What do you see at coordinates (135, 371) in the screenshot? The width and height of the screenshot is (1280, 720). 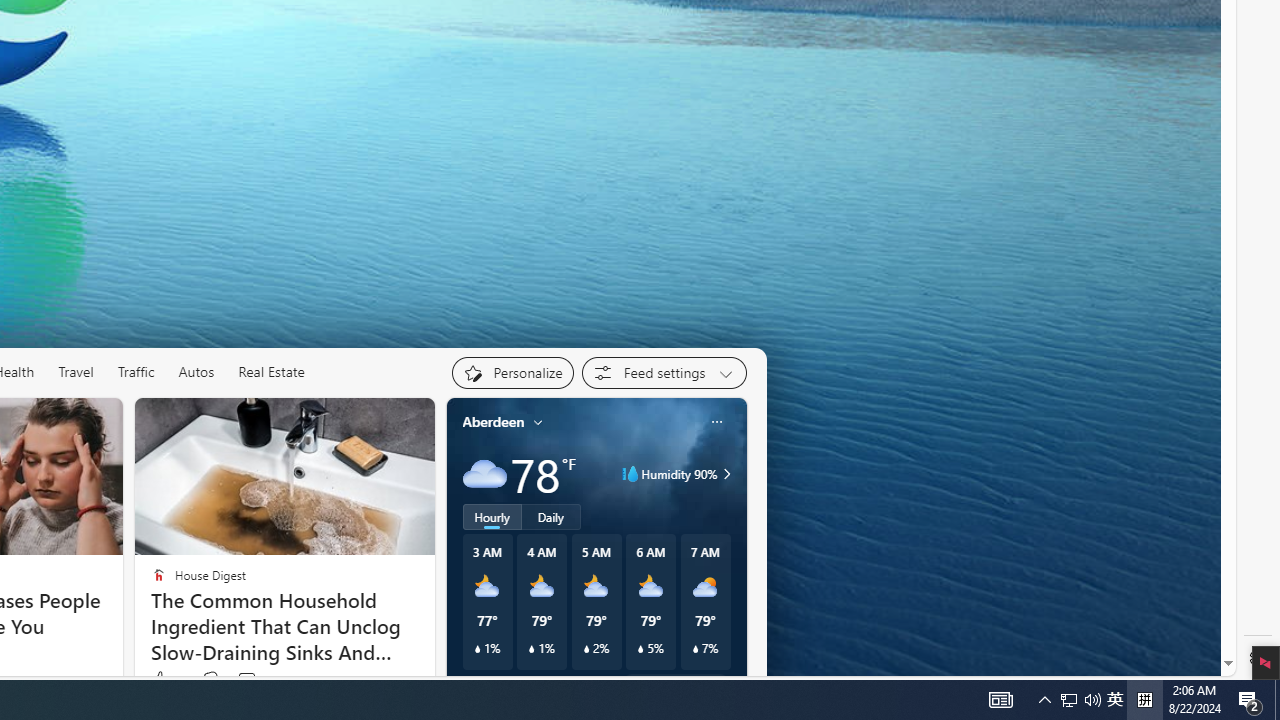 I see `'Traffic'` at bounding box center [135, 371].